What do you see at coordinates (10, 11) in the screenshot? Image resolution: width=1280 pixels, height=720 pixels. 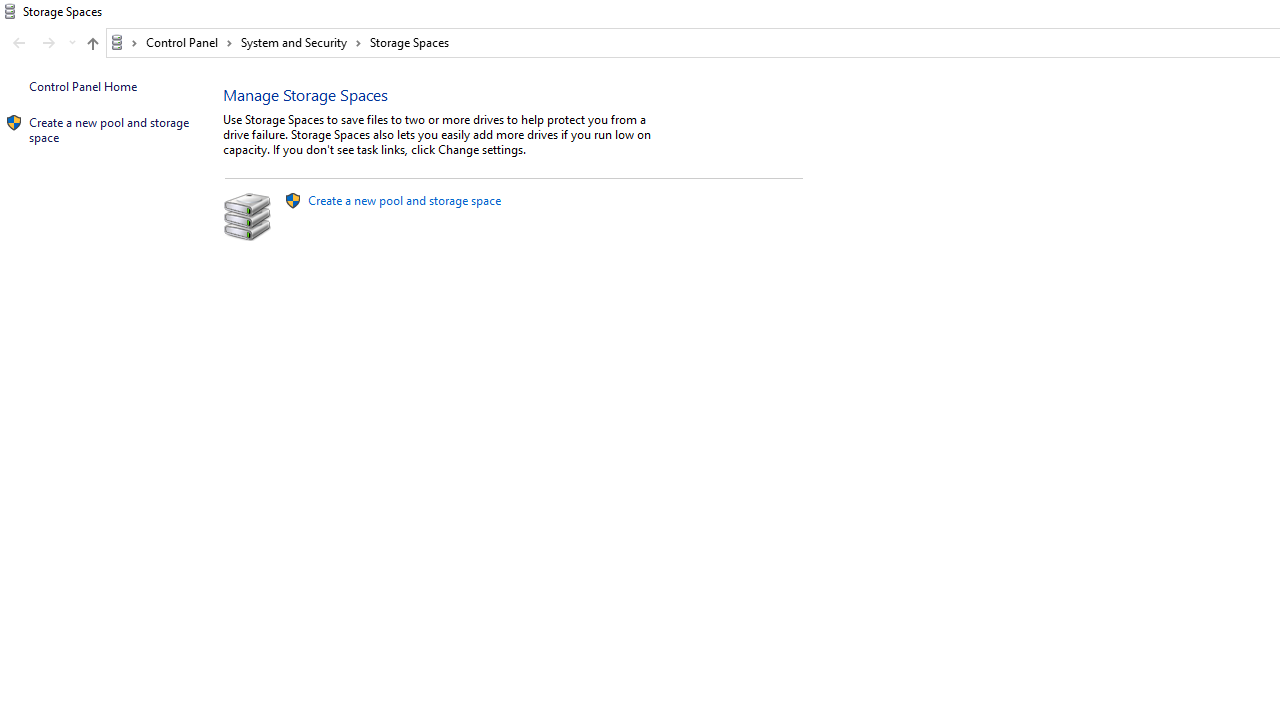 I see `'System'` at bounding box center [10, 11].